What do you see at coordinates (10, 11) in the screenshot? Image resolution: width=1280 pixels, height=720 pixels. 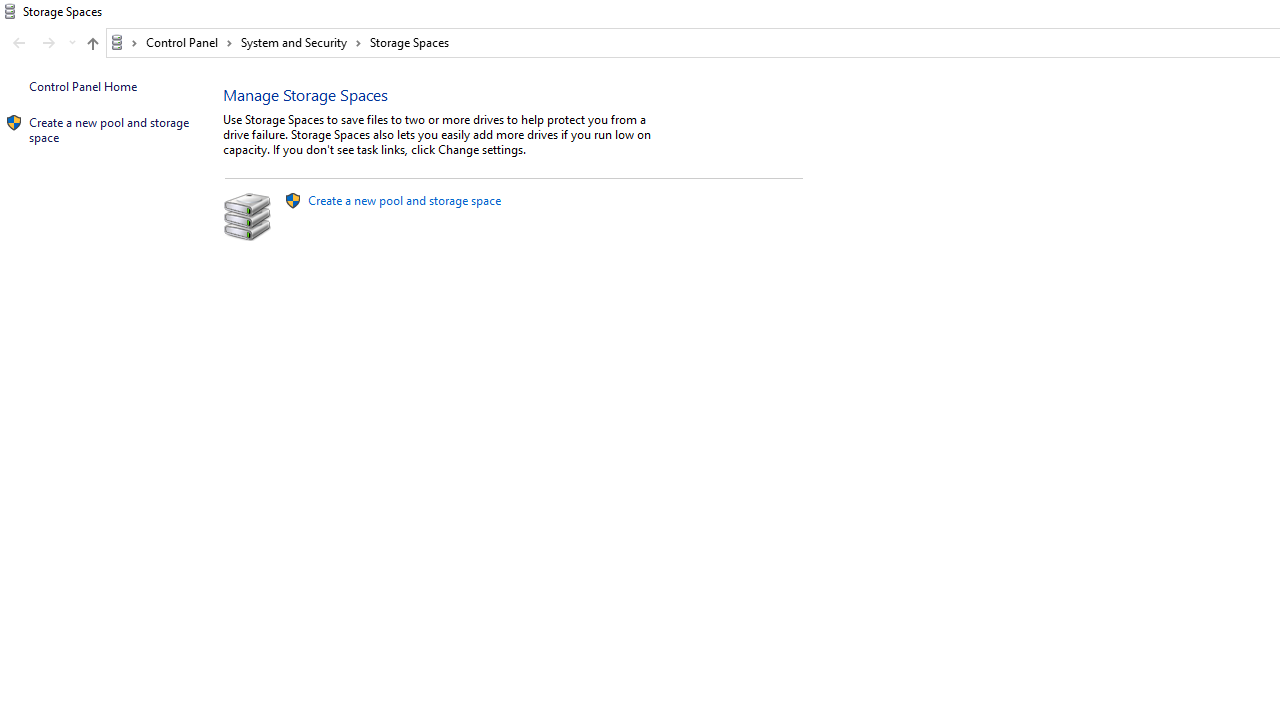 I see `'System'` at bounding box center [10, 11].